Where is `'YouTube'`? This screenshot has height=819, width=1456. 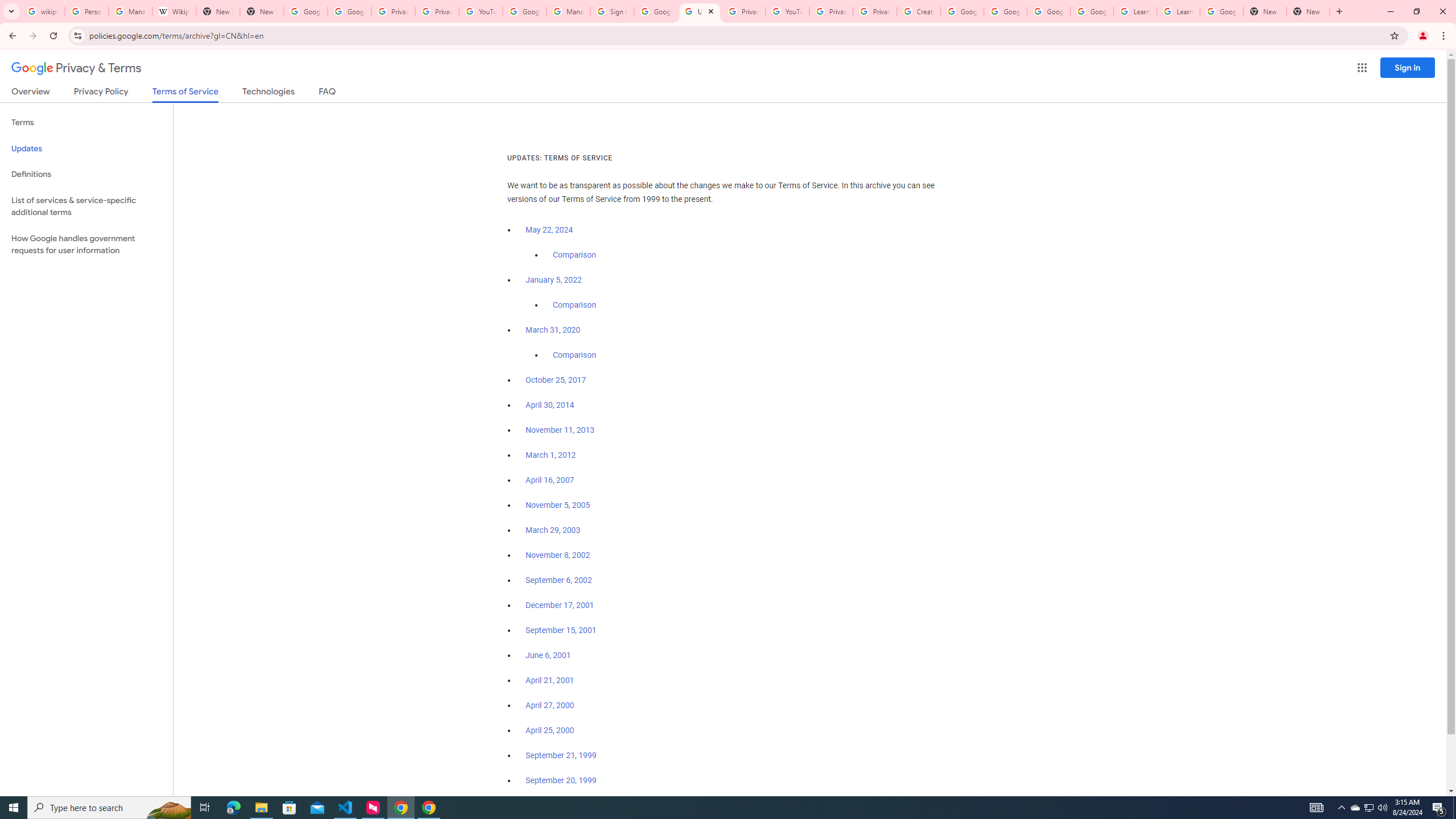
'YouTube' is located at coordinates (786, 11).